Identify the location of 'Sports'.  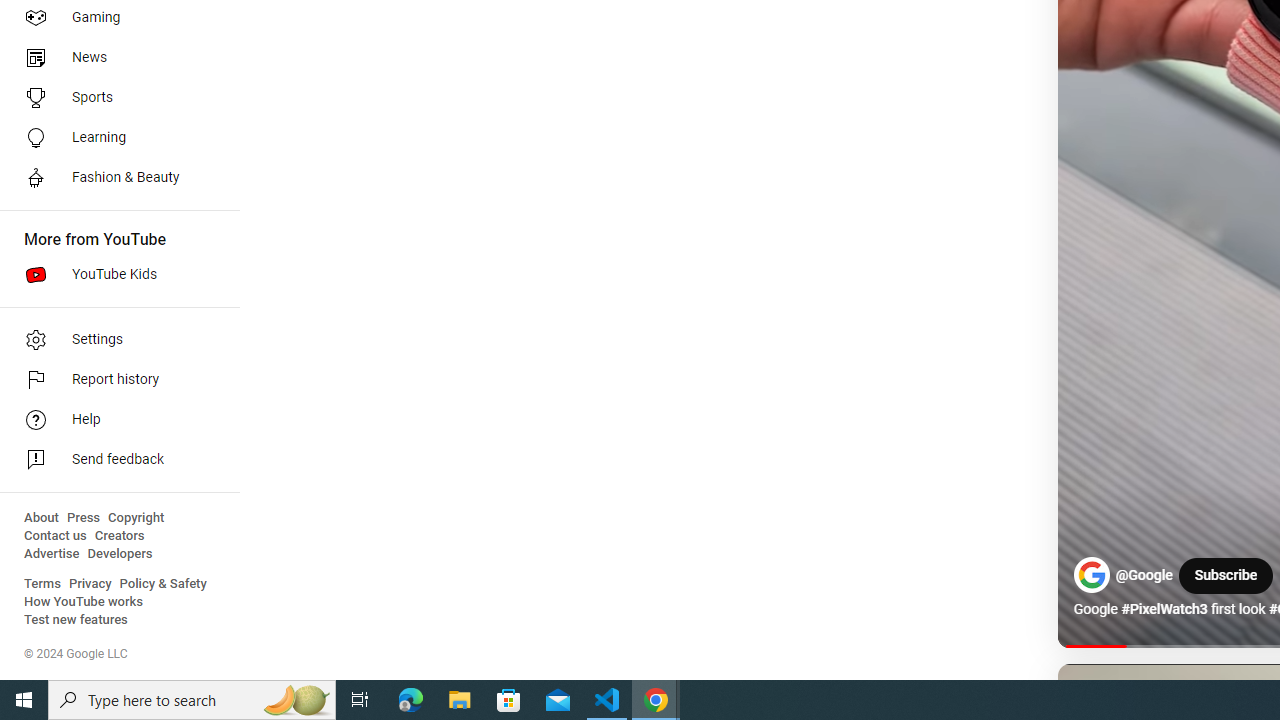
(112, 97).